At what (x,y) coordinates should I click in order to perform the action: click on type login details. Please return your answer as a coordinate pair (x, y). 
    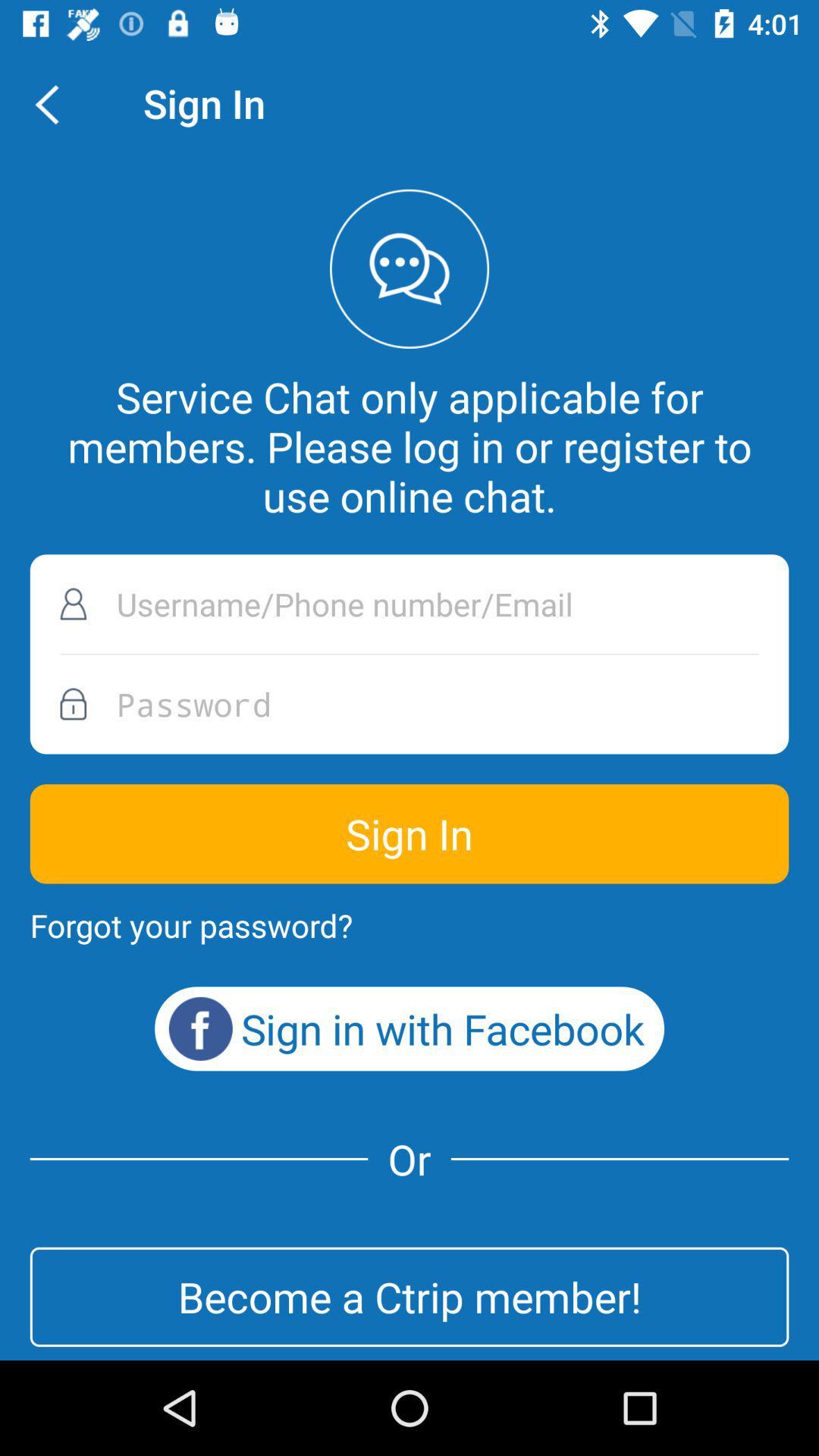
    Looking at the image, I should click on (409, 603).